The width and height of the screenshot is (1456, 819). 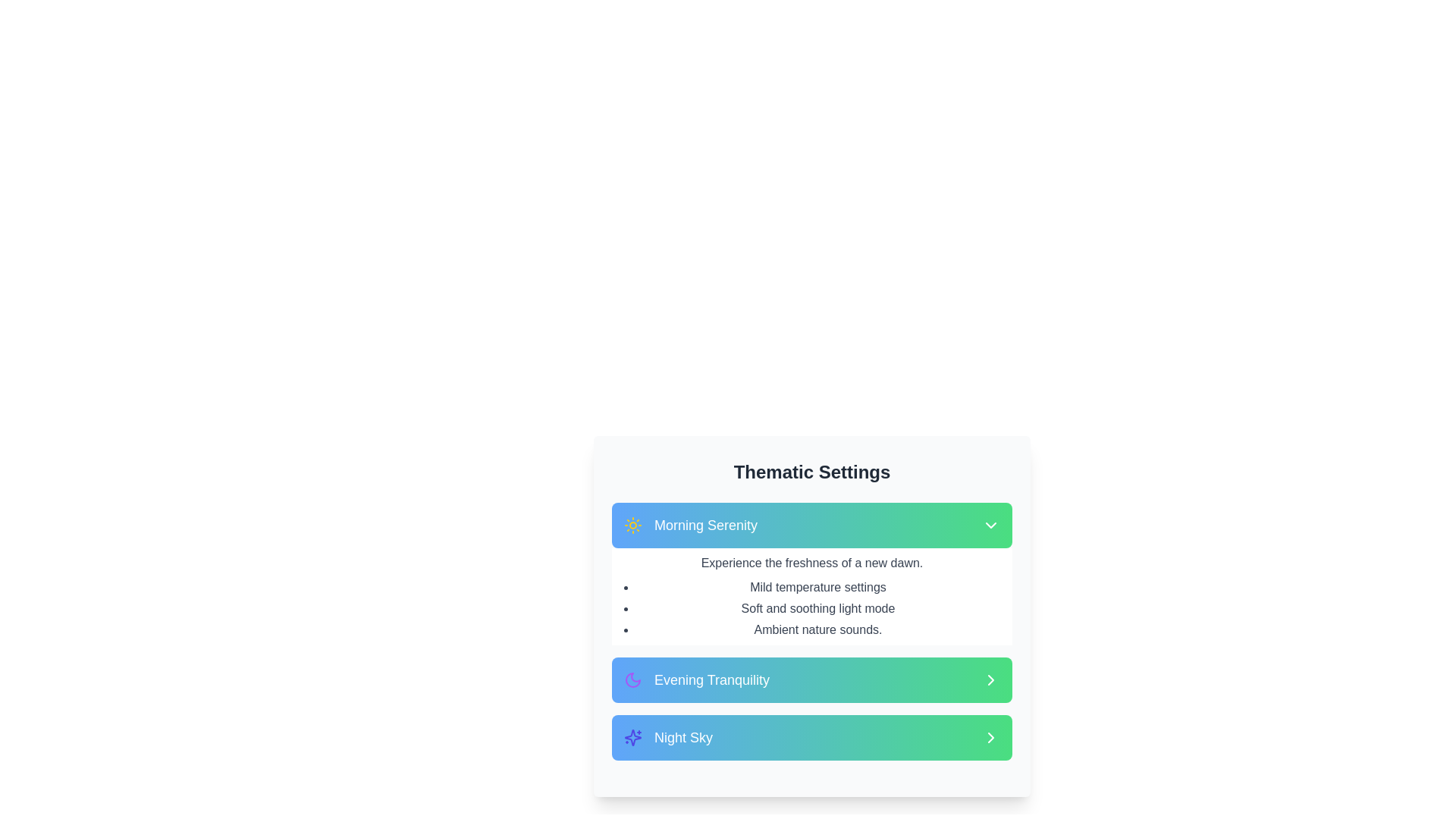 What do you see at coordinates (696, 679) in the screenshot?
I see `the 'Evening Tranquility' text with the purple crescent moon icon` at bounding box center [696, 679].